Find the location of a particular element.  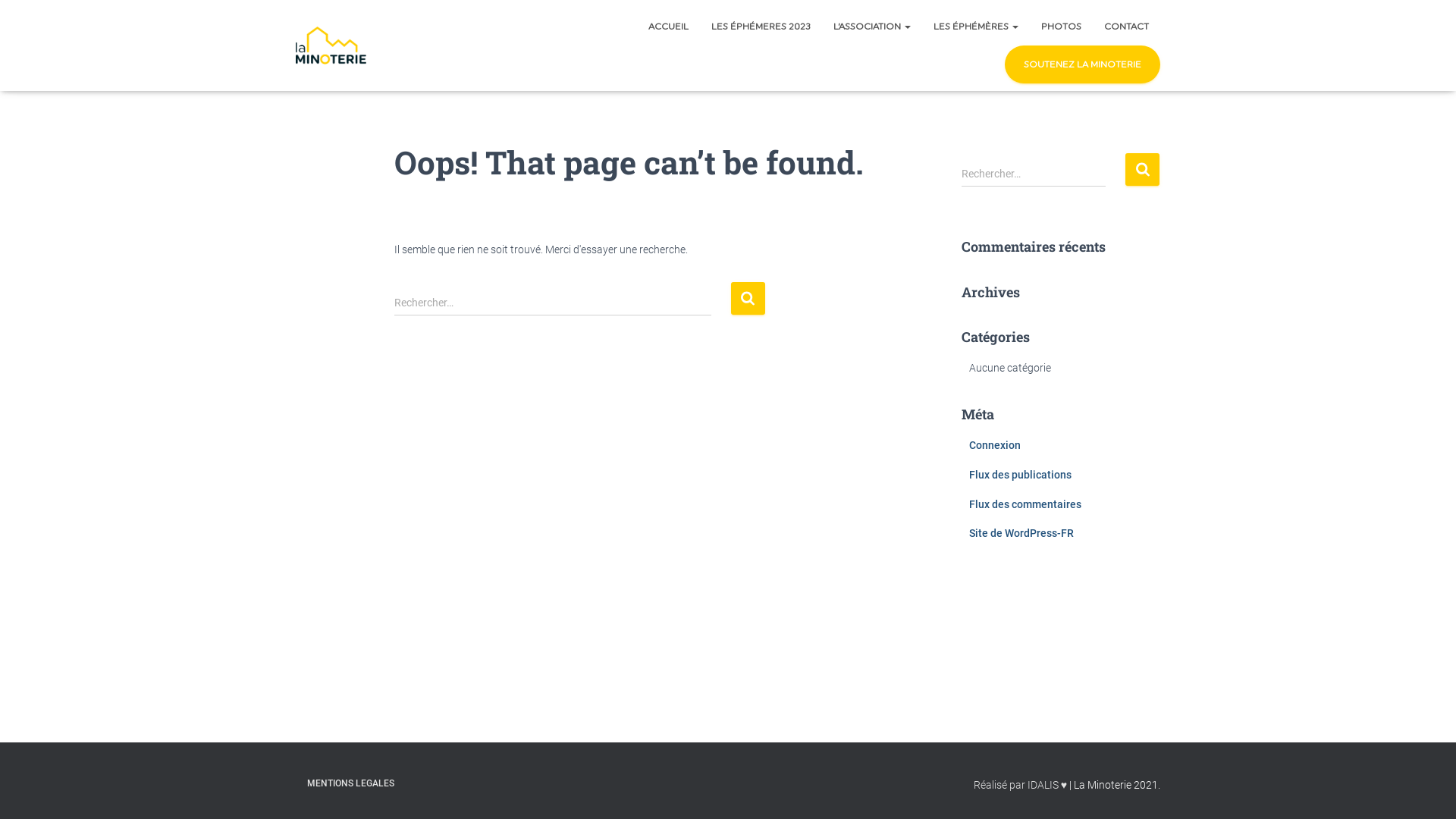

'Flux des publications' is located at coordinates (1020, 473).